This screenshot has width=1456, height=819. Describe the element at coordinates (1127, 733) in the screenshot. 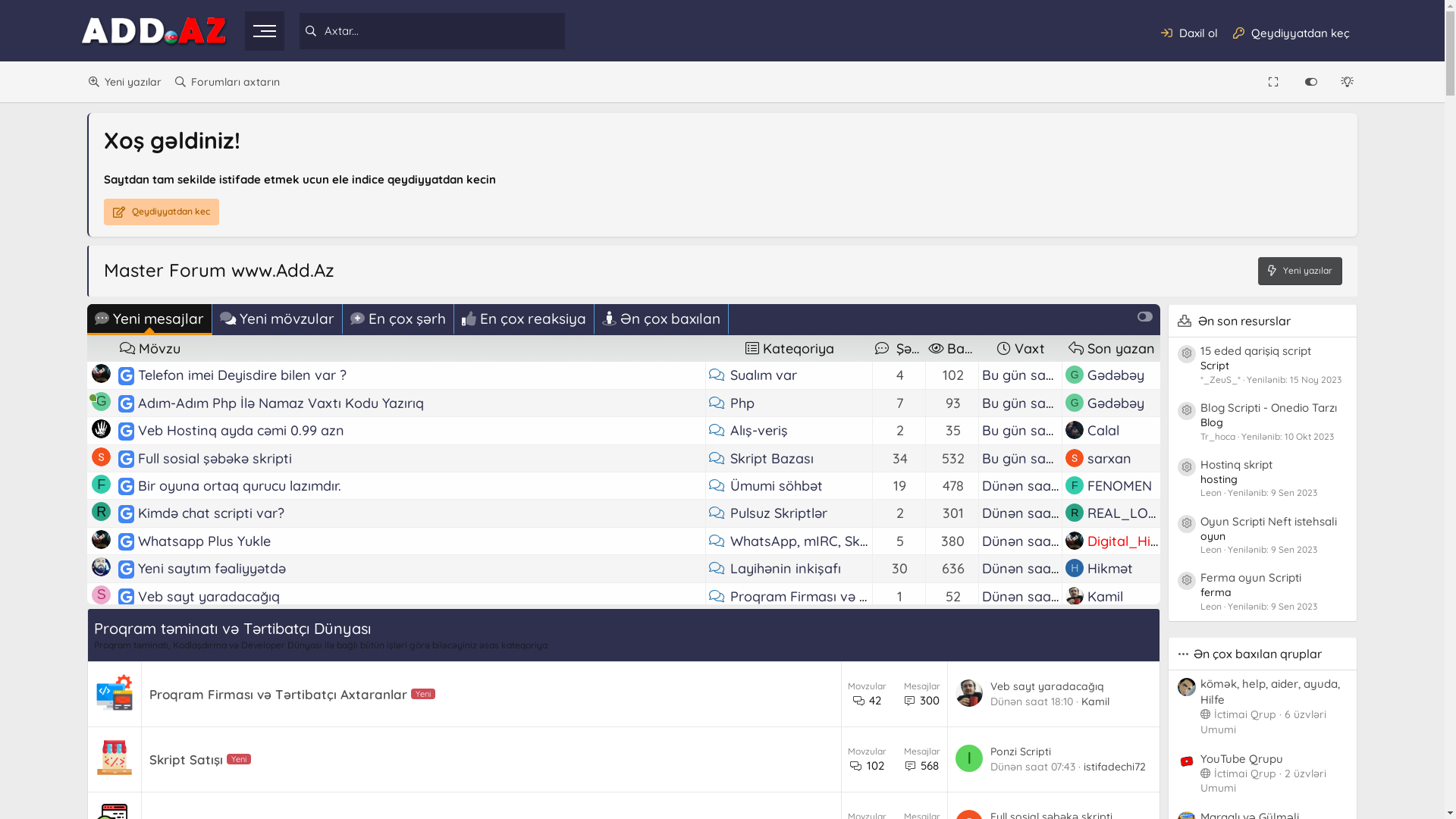

I see `'istifadechi72'` at that location.